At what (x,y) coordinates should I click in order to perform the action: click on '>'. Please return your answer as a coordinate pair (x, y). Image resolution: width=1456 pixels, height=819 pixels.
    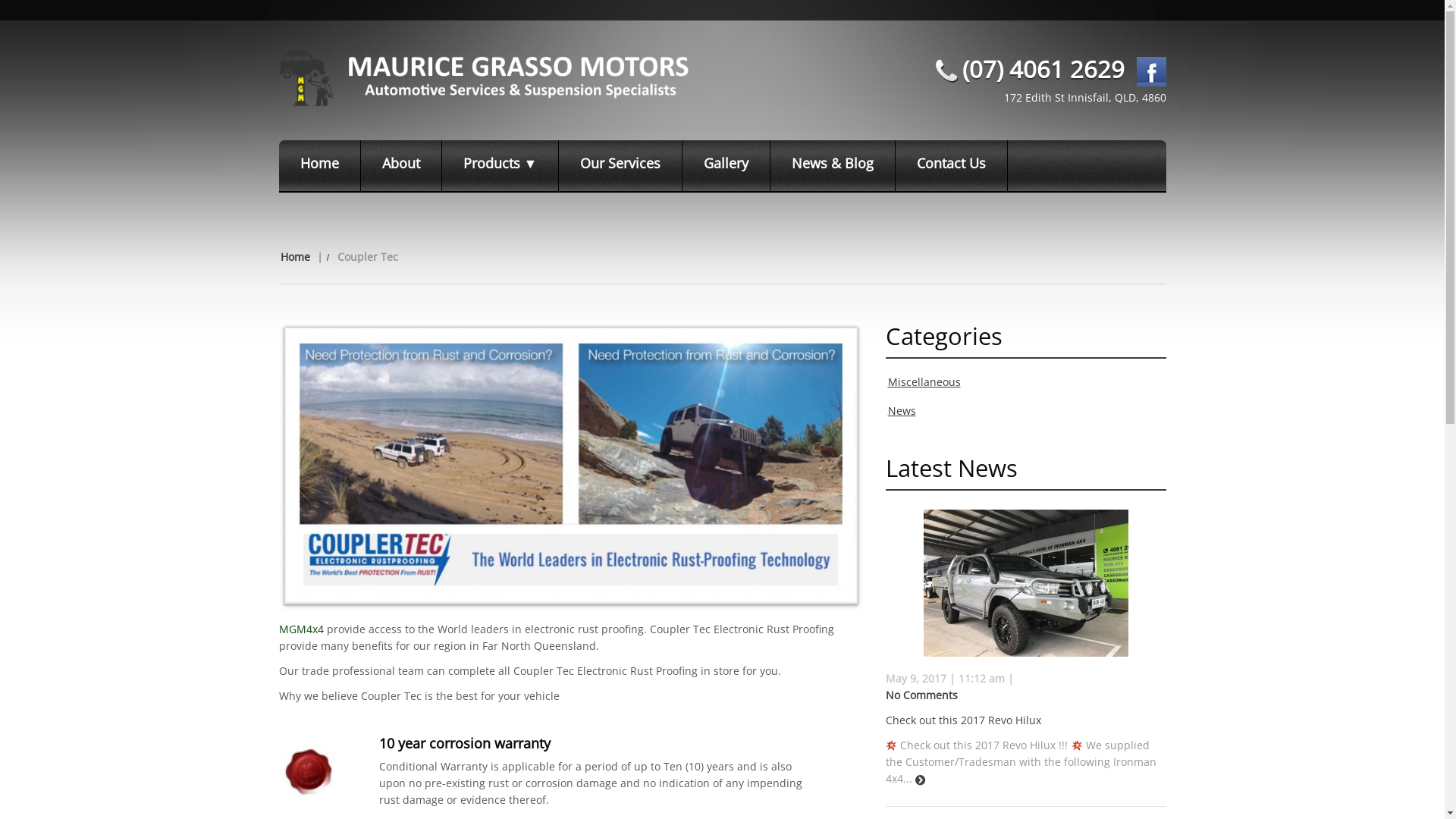
    Looking at the image, I should click on (919, 780).